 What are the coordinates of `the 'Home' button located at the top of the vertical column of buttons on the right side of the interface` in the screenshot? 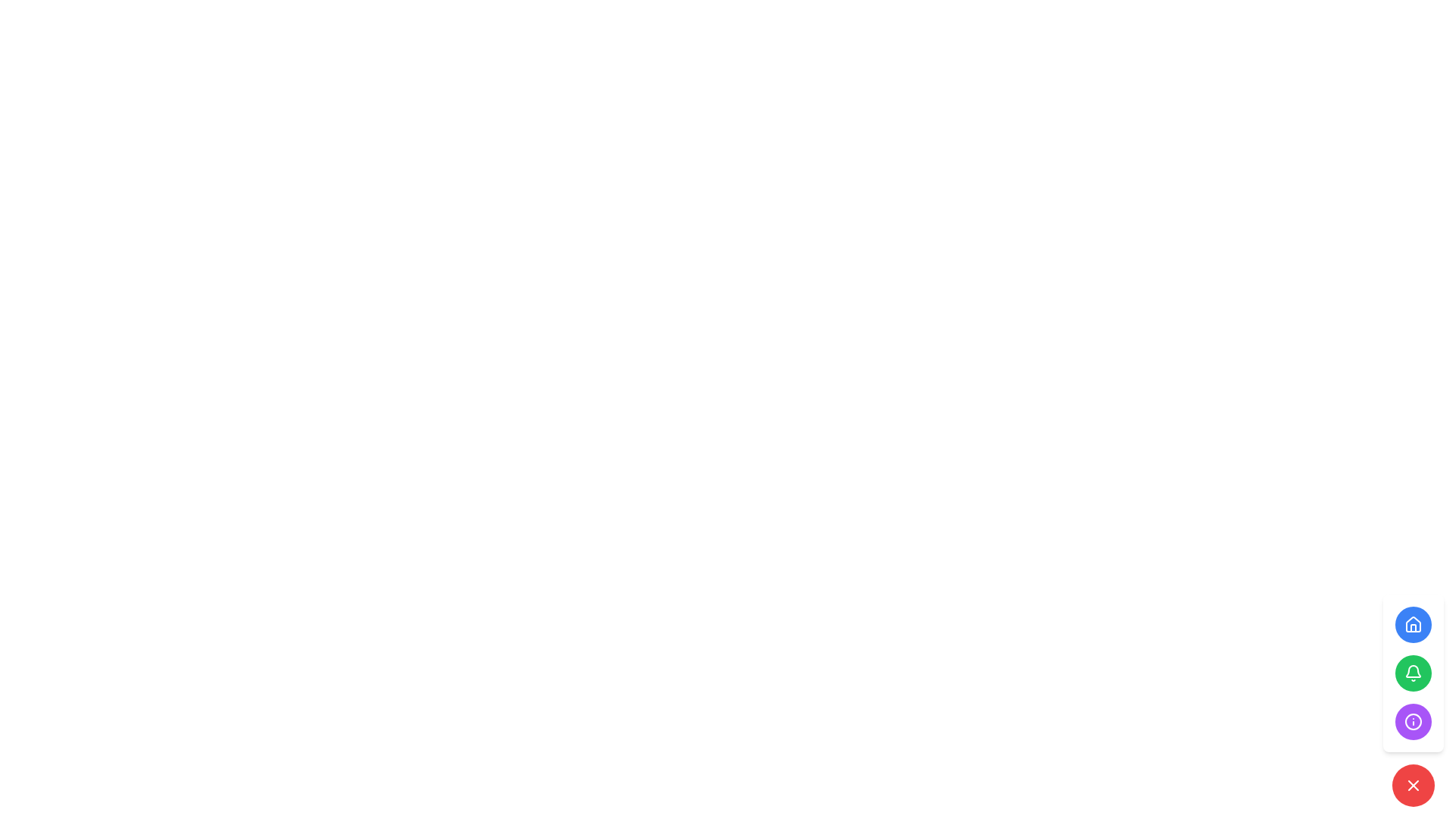 It's located at (1412, 625).